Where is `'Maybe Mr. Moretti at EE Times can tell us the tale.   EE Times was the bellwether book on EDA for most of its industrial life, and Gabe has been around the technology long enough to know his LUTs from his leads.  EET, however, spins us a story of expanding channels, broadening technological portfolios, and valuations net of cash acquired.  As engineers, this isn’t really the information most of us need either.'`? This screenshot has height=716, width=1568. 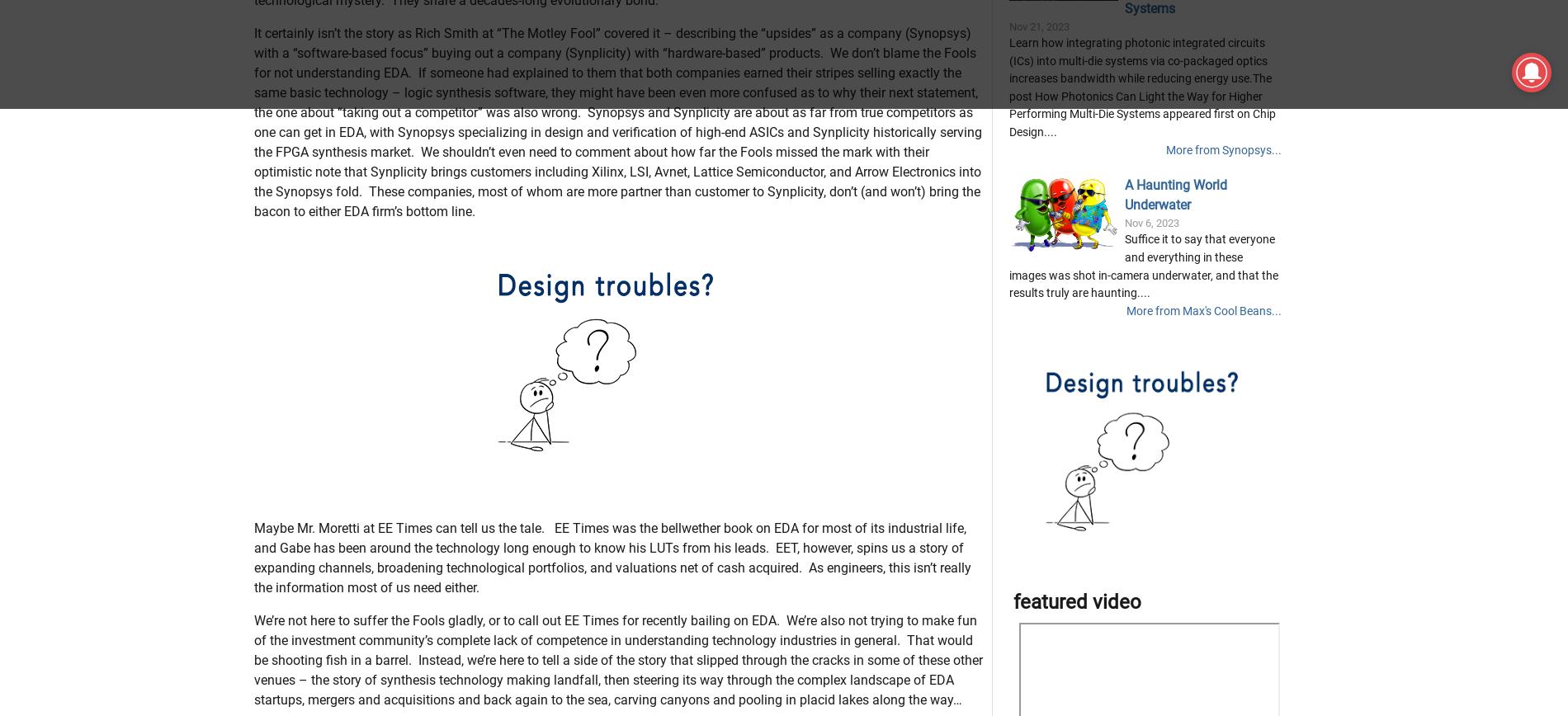 'Maybe Mr. Moretti at EE Times can tell us the tale.   EE Times was the bellwether book on EDA for most of its industrial life, and Gabe has been around the technology long enough to know his LUTs from his leads.  EET, however, spins us a story of expanding channels, broadening technological portfolios, and valuations net of cash acquired.  As engineers, this isn’t really the information most of us need either.' is located at coordinates (611, 639).